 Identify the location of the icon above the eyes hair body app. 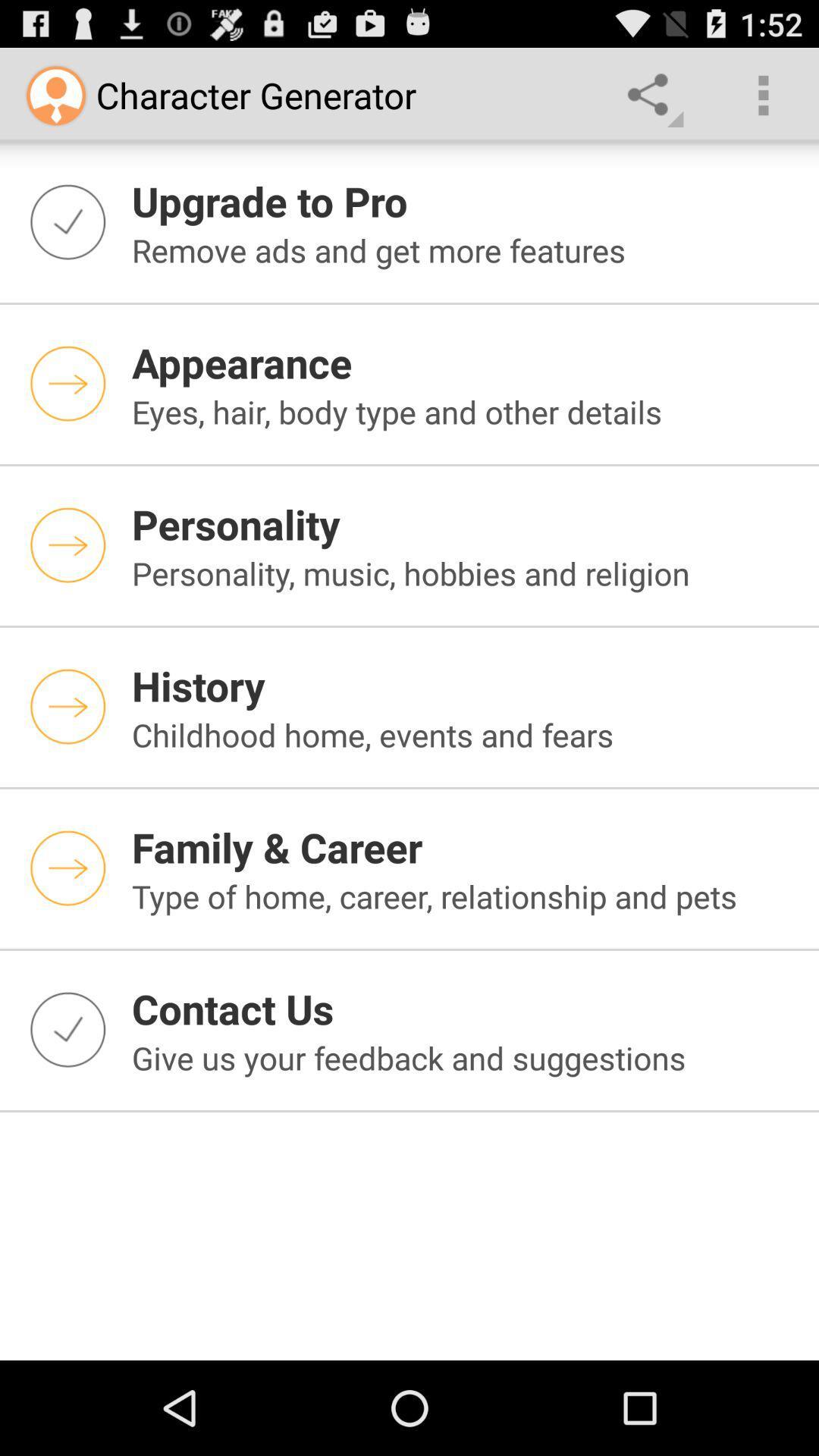
(465, 362).